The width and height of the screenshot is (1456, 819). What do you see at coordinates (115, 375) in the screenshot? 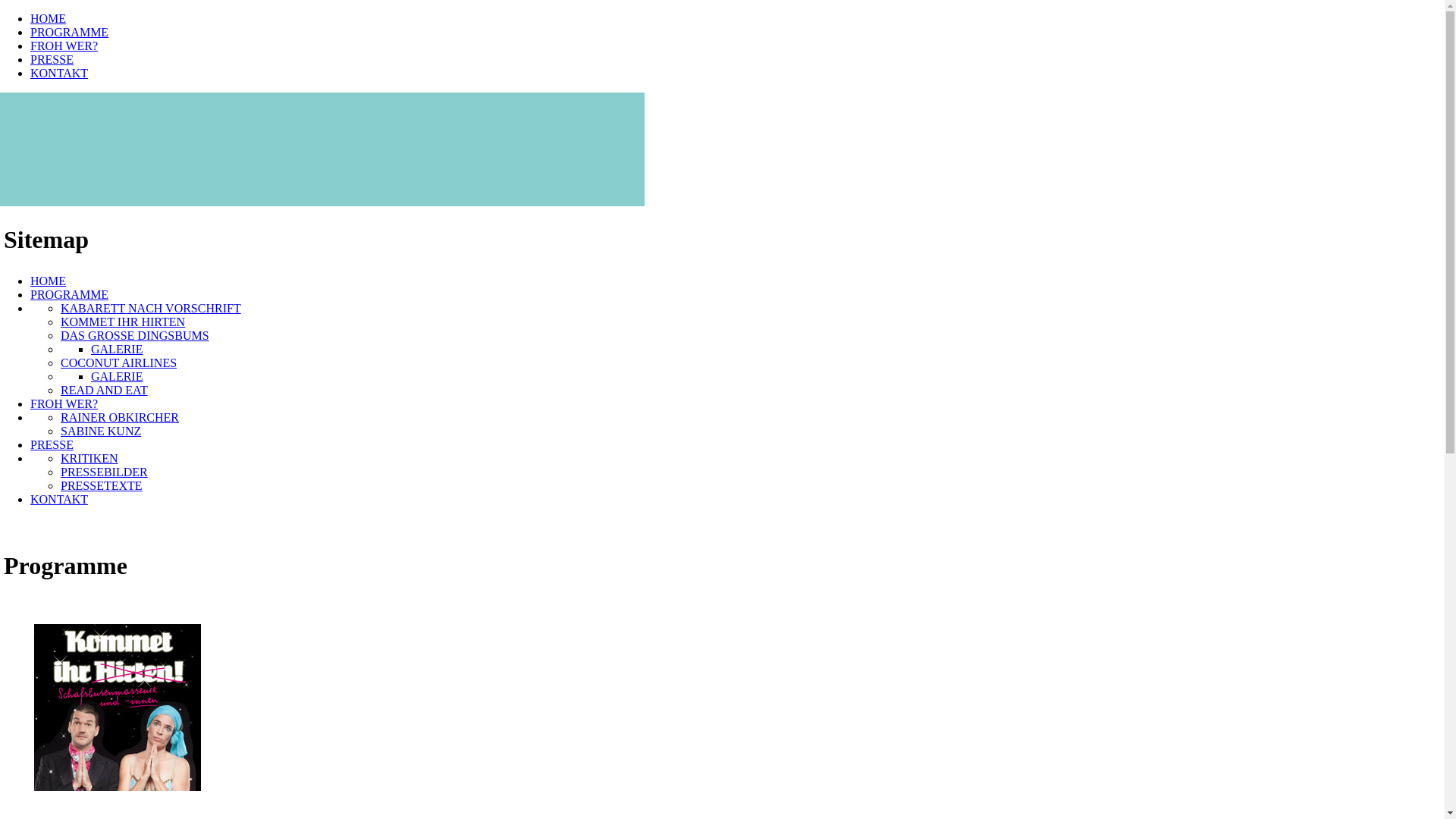
I see `'GALERIE'` at bounding box center [115, 375].